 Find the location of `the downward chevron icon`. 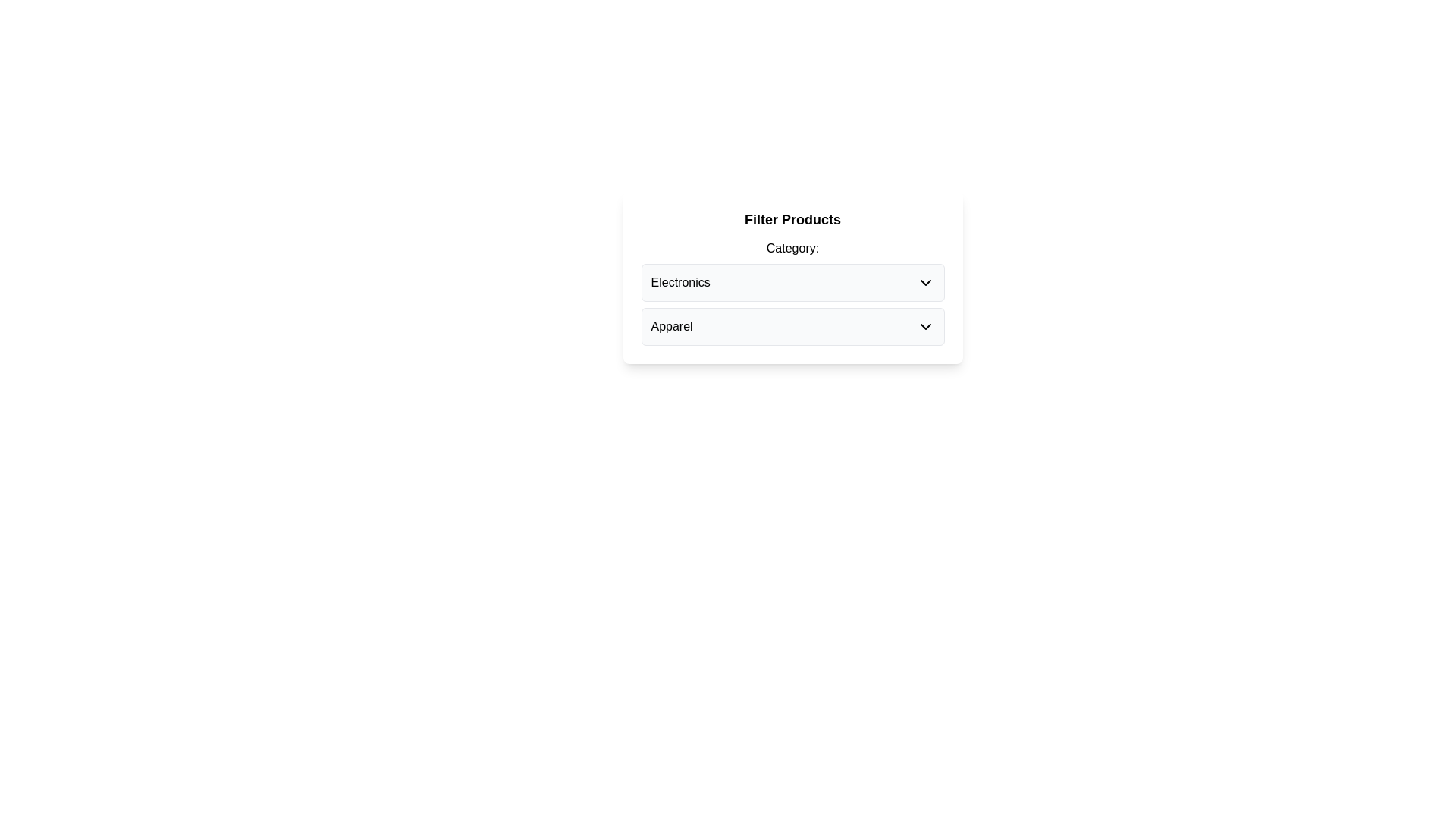

the downward chevron icon is located at coordinates (924, 283).